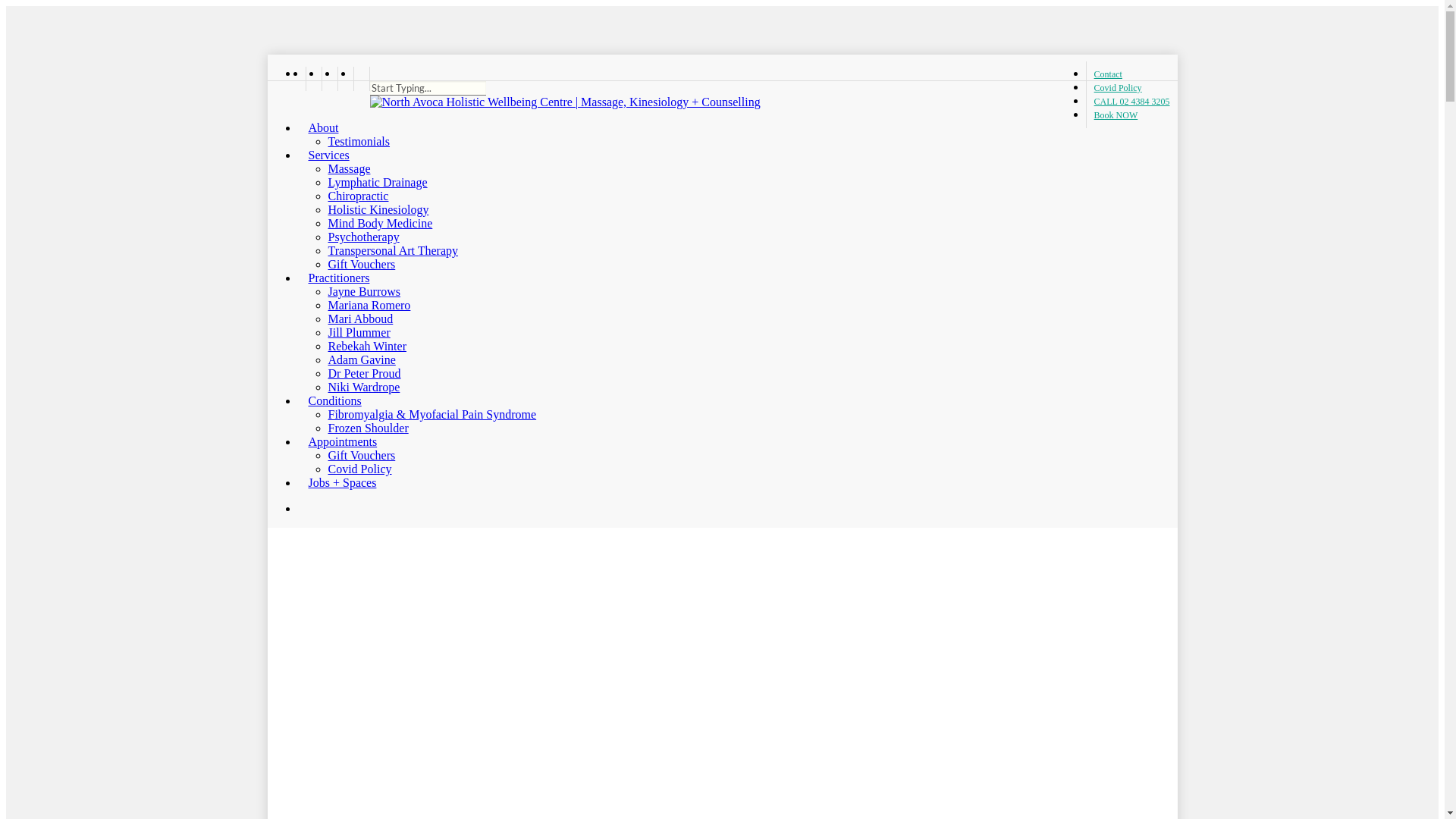 This screenshot has height=819, width=1456. Describe the element at coordinates (327, 141) in the screenshot. I see `'Testimonials'` at that location.